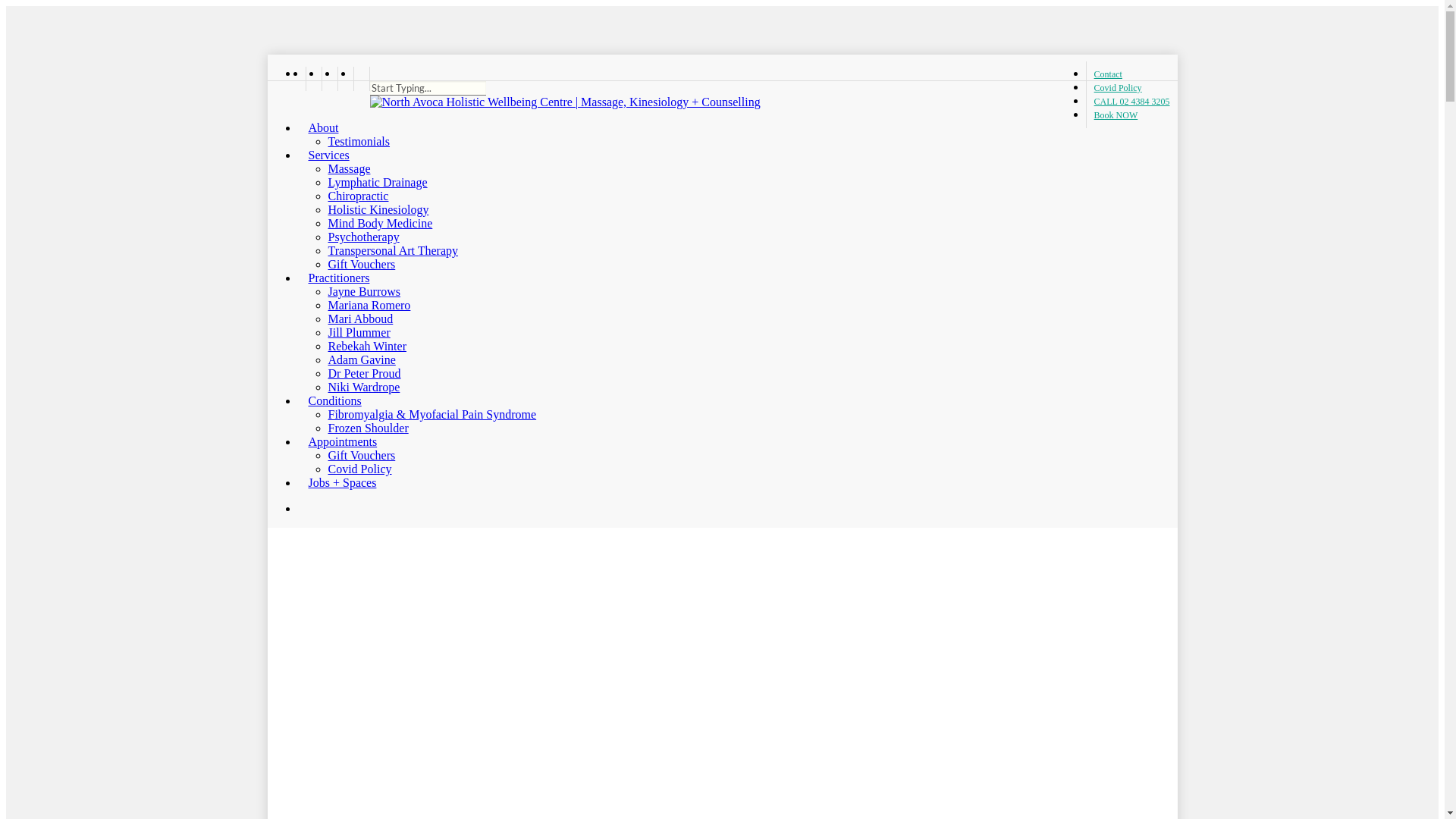 This screenshot has height=819, width=1456. Describe the element at coordinates (327, 141) in the screenshot. I see `'Testimonials'` at that location.